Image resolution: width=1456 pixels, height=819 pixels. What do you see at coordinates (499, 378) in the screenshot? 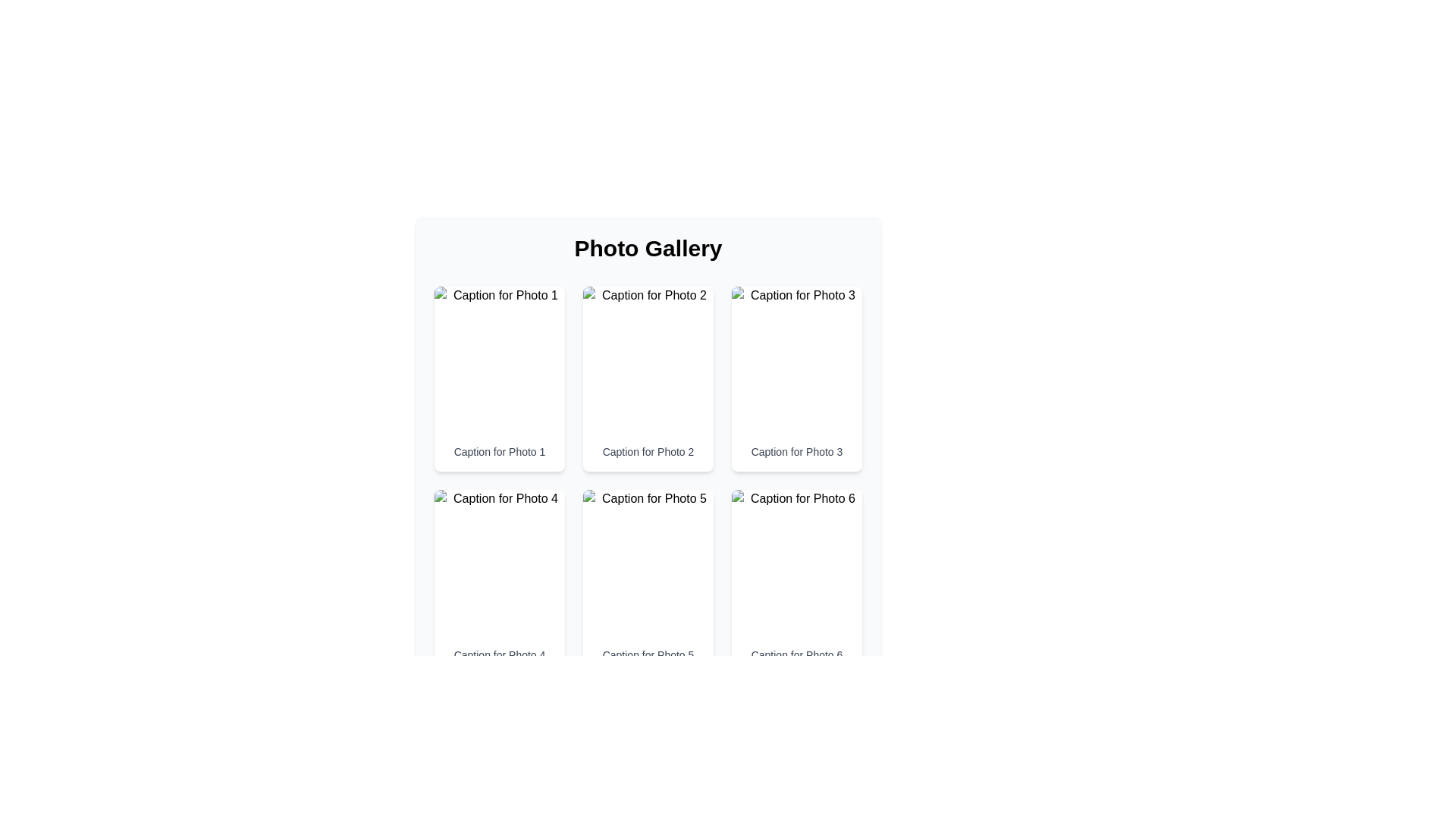
I see `the first card in the grid layout which has a white background and displays 'Caption for Photo 1'` at bounding box center [499, 378].